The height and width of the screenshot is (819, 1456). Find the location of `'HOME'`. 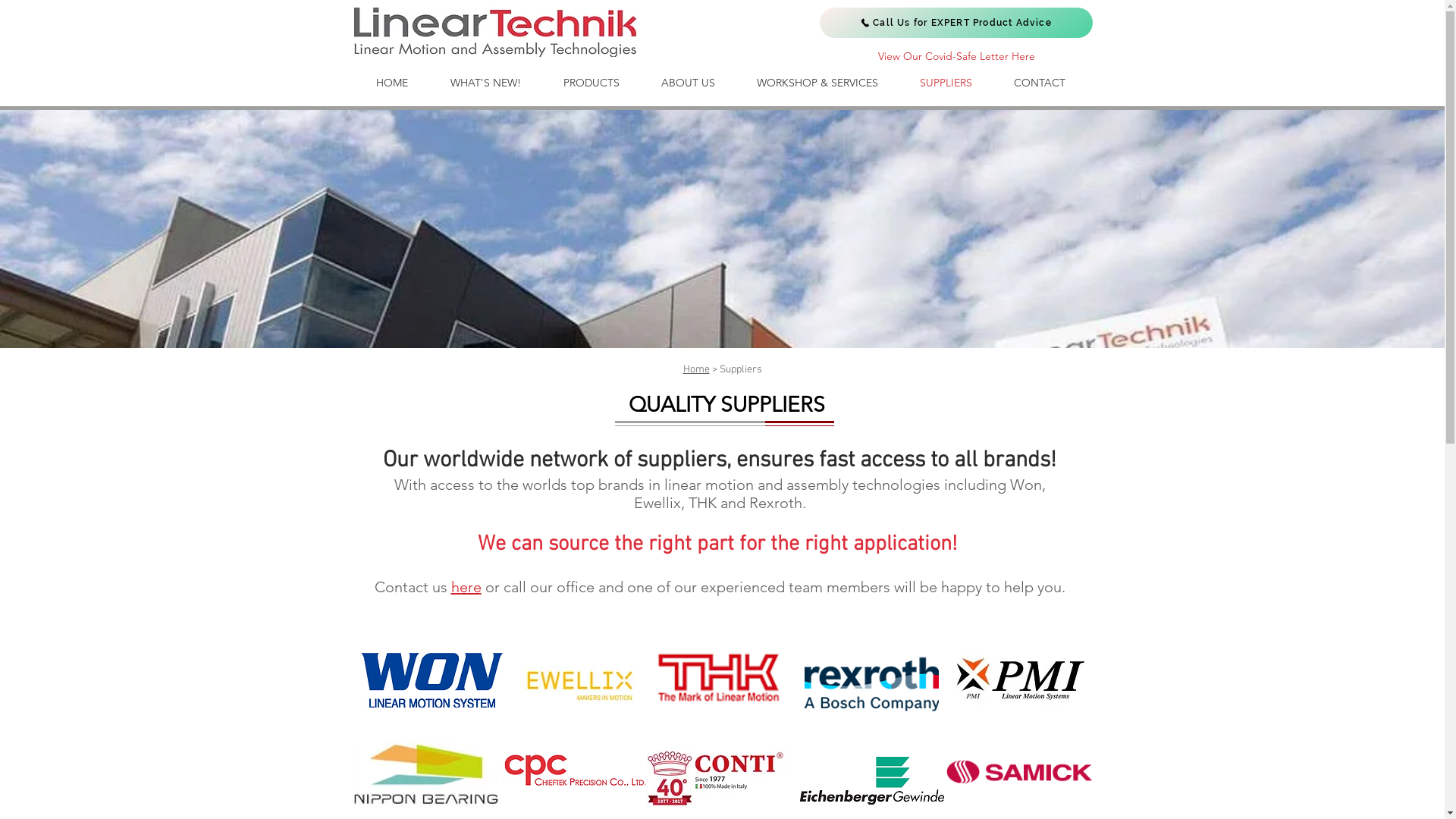

'HOME' is located at coordinates (392, 83).